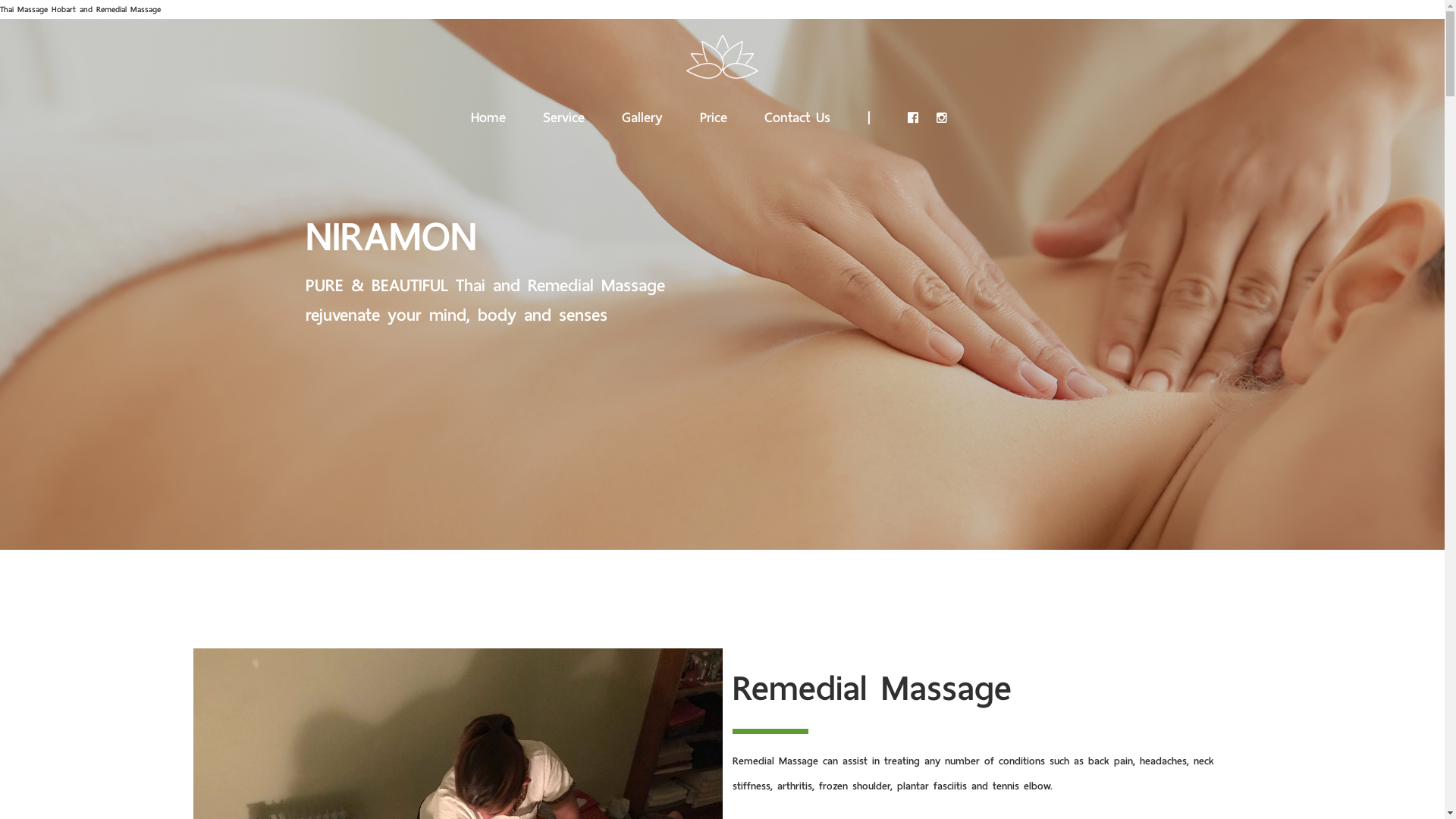  I want to click on 'Contact Us', so click(796, 113).